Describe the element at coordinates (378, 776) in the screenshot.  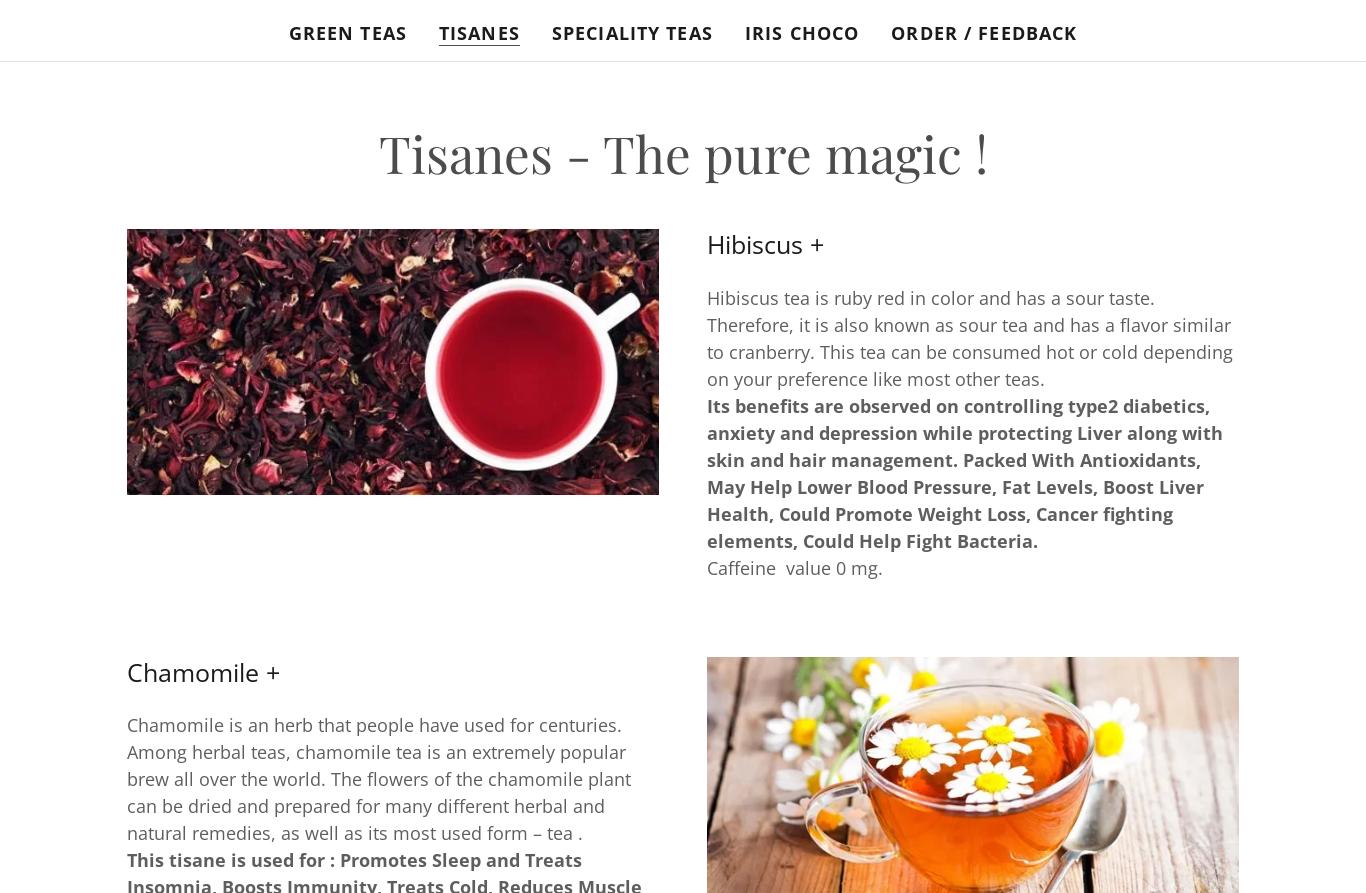
I see `'Chamomile is an herb that people have used for centuries. Among herbal teas, chamomile tea is an extremely popular brew all over the world. The flowers of the chamomile plant can be dried and prepared for many different herbal and natural remedies, as well as its most used form – tea .'` at that location.